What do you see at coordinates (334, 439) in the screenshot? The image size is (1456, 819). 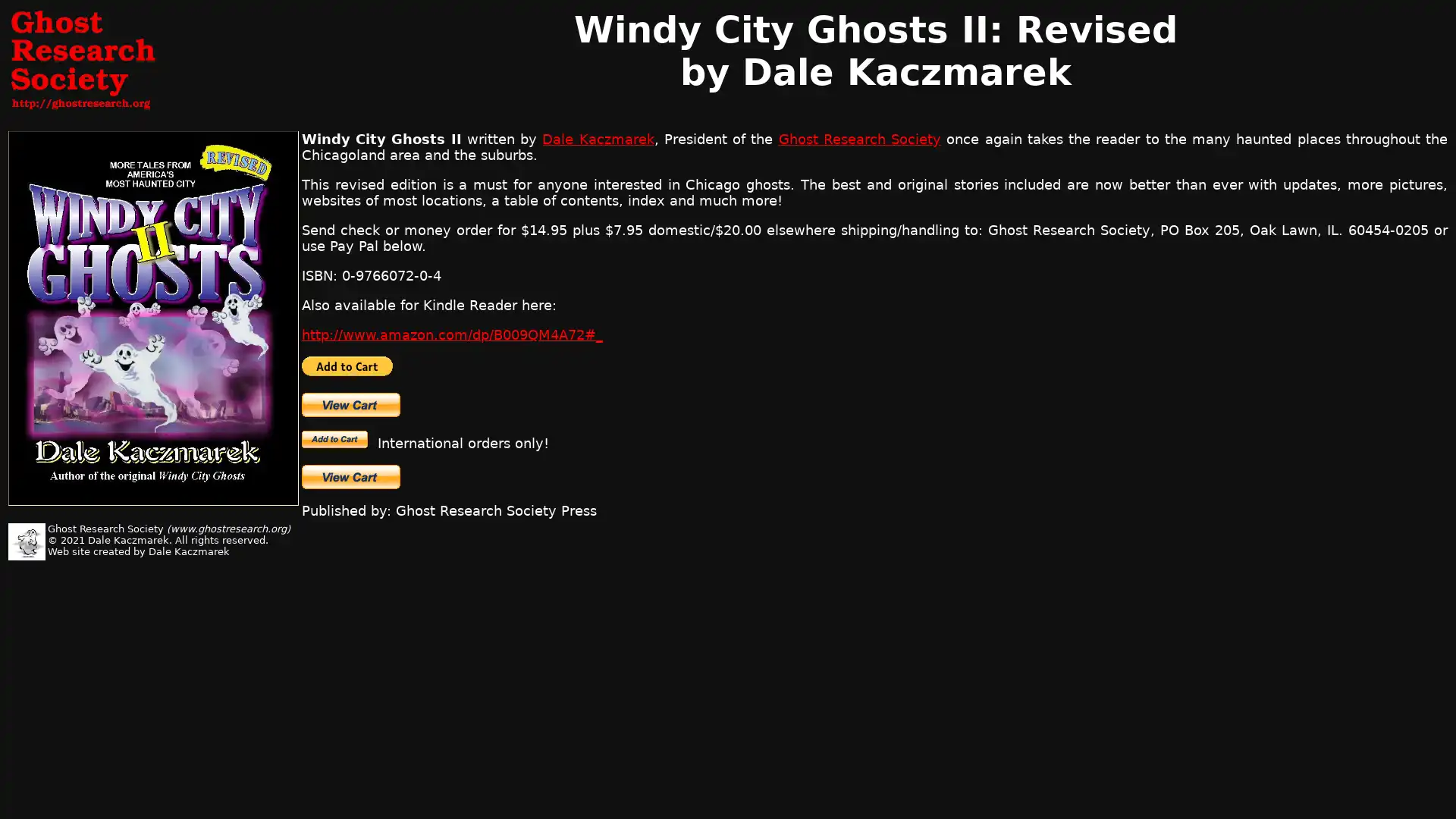 I see `Make payments with PayPal - it's fast, free and secure!` at bounding box center [334, 439].